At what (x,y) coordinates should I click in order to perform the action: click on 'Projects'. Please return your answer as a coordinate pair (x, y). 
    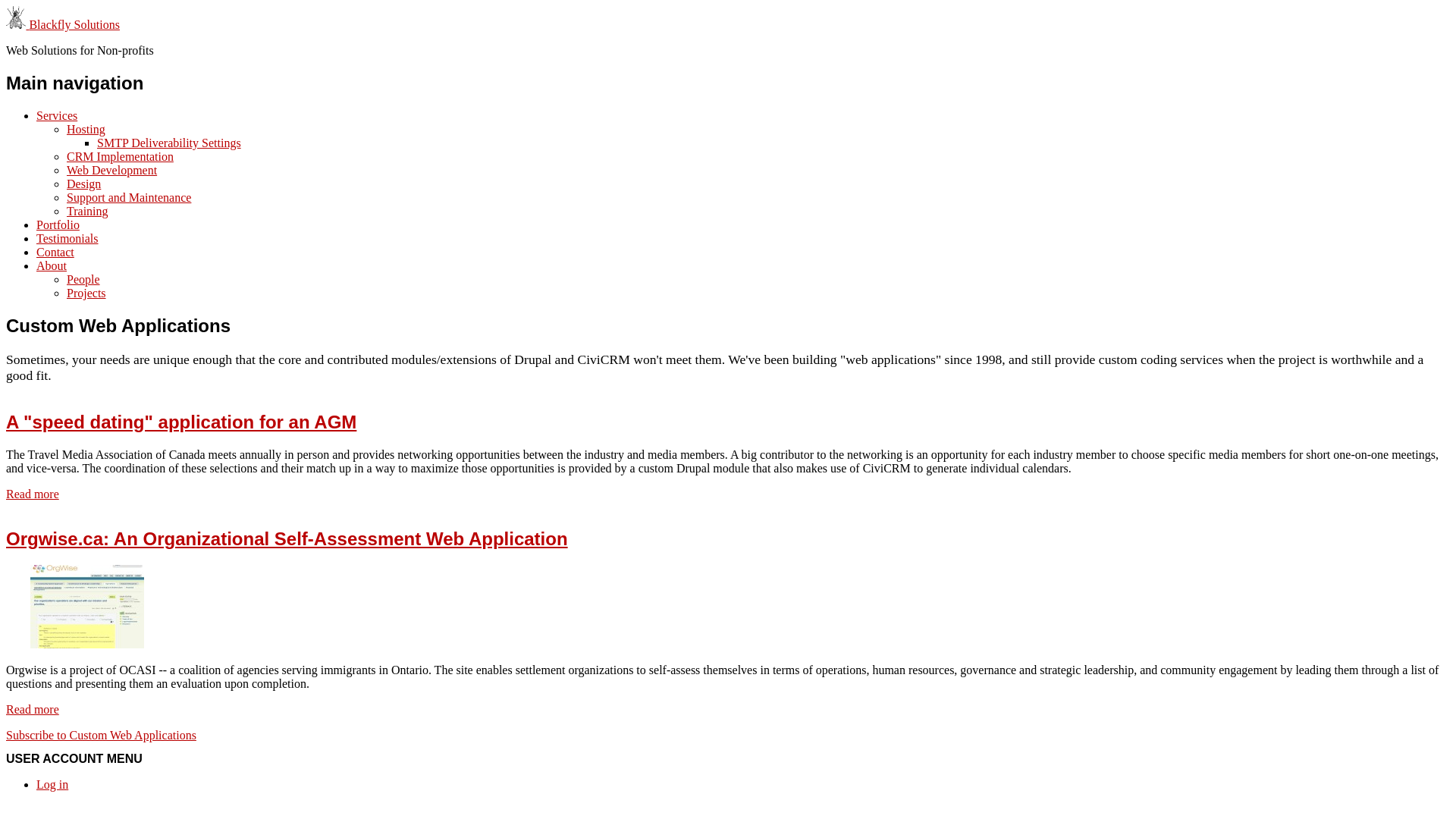
    Looking at the image, I should click on (86, 293).